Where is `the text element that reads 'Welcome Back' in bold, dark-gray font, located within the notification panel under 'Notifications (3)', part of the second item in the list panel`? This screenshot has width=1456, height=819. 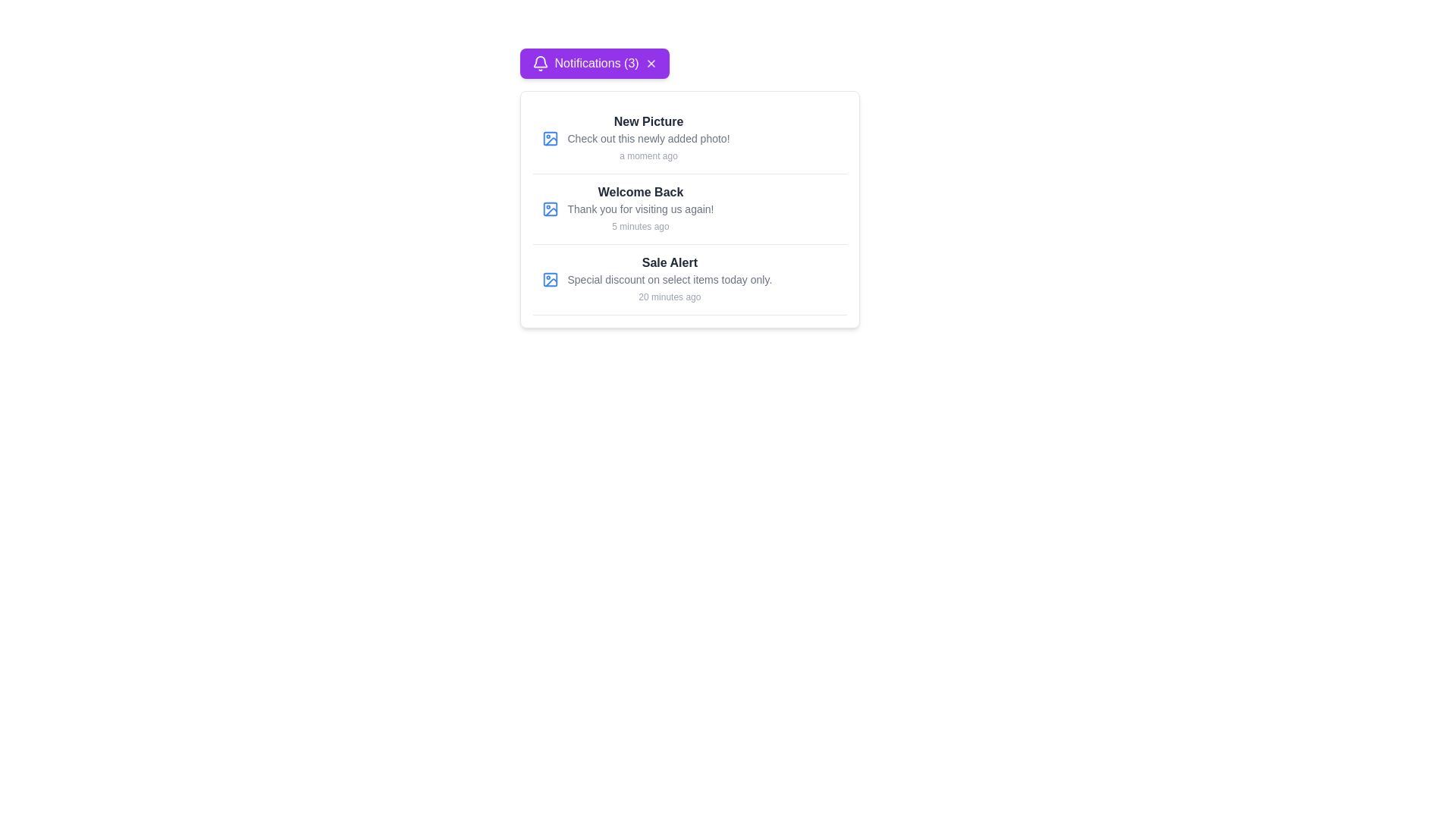 the text element that reads 'Welcome Back' in bold, dark-gray font, located within the notification panel under 'Notifications (3)', part of the second item in the list panel is located at coordinates (640, 192).